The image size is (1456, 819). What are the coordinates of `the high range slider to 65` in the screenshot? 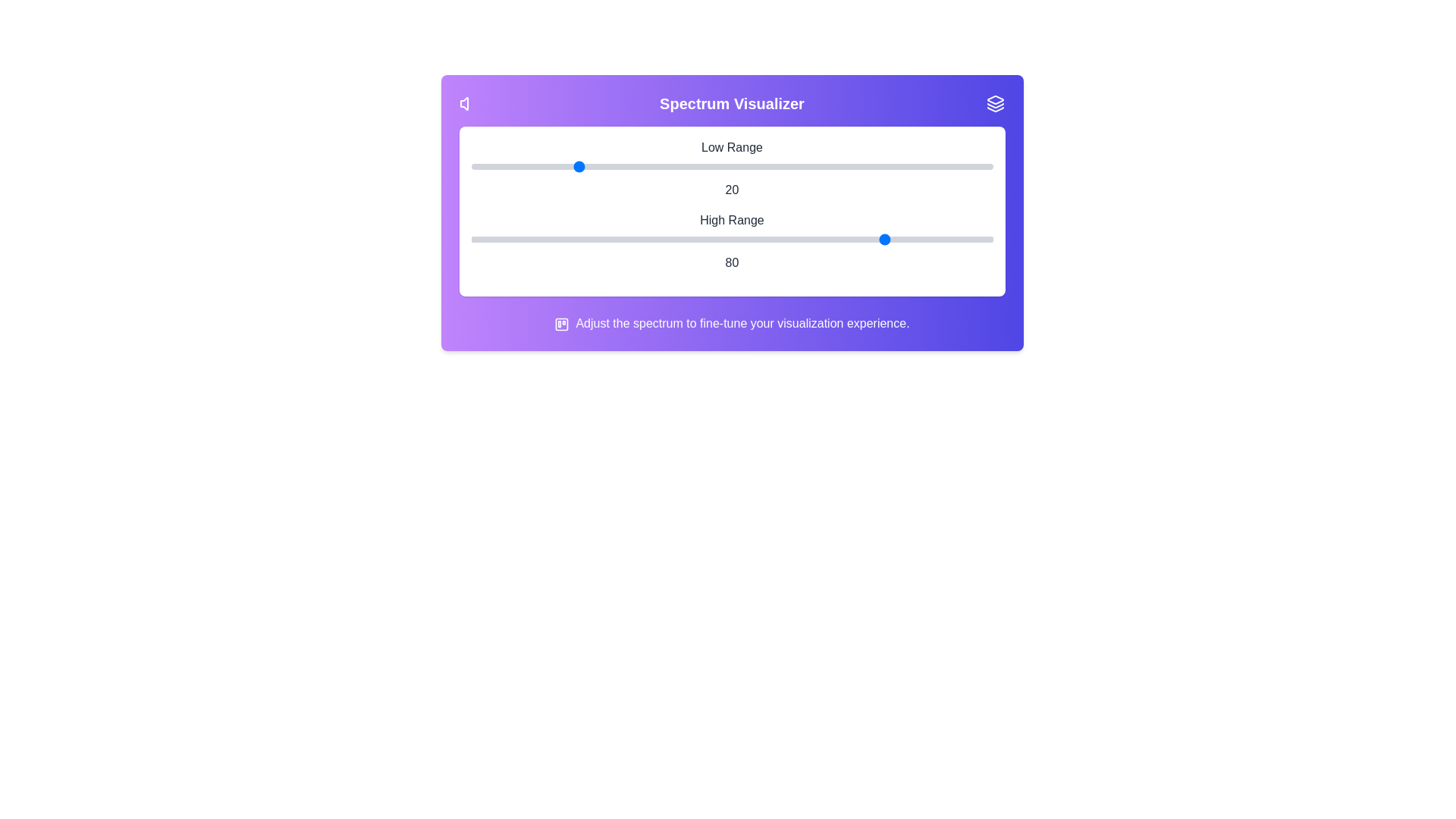 It's located at (809, 239).